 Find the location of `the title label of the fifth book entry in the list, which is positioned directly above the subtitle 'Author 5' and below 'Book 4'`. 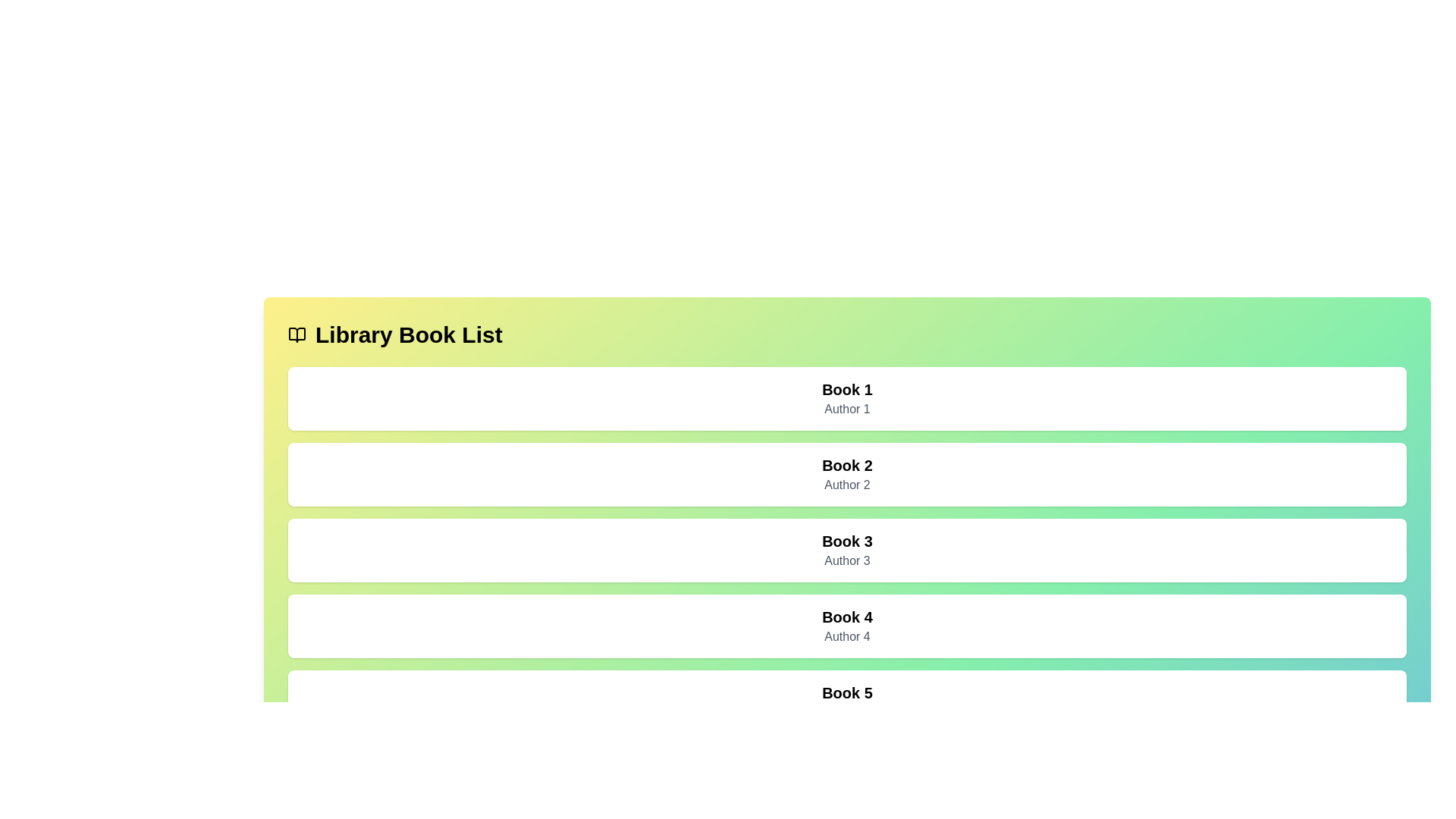

the title label of the fifth book entry in the list, which is positioned directly above the subtitle 'Author 5' and below 'Book 4' is located at coordinates (846, 693).